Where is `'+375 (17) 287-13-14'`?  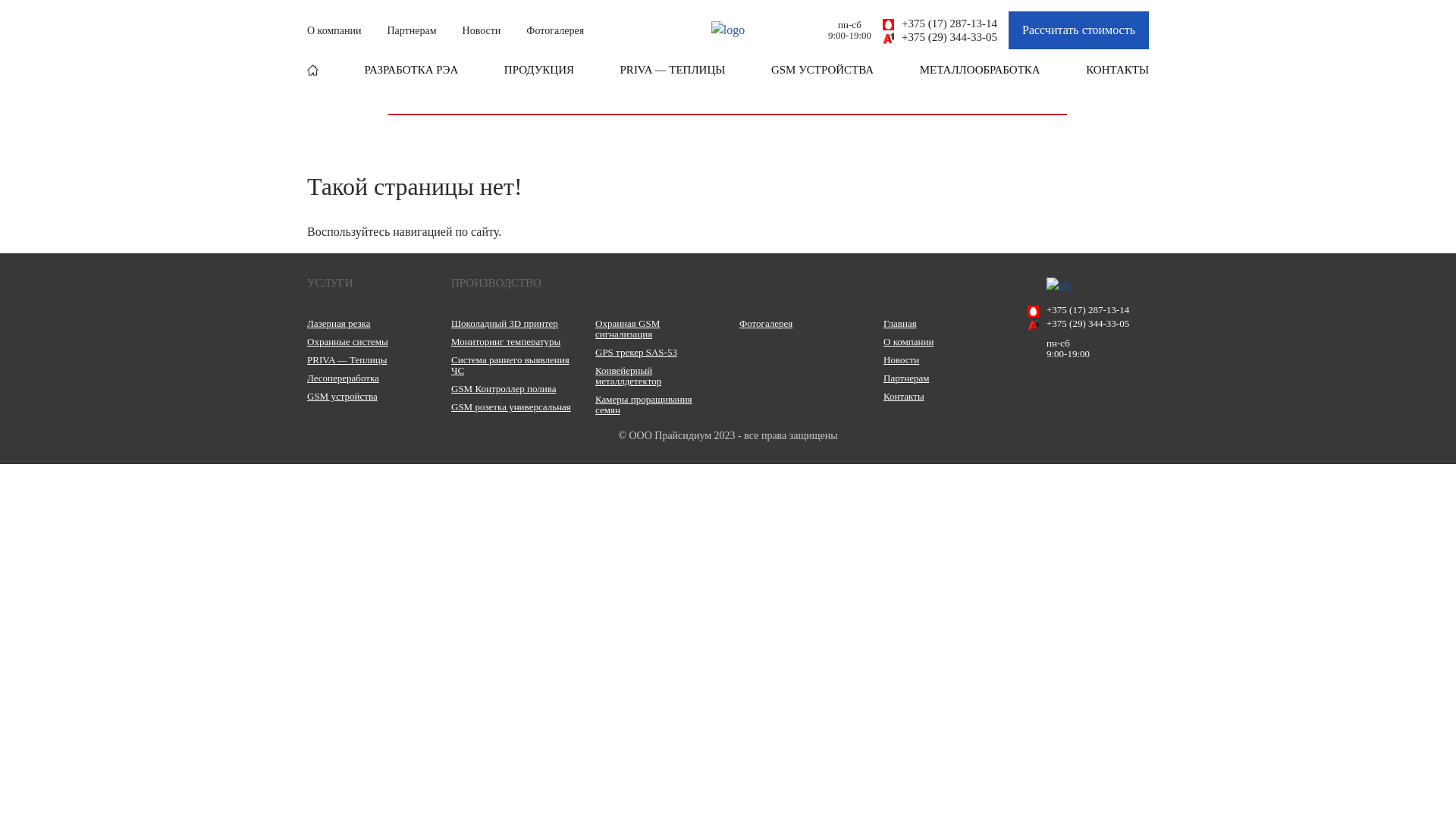 '+375 (17) 287-13-14' is located at coordinates (939, 23).